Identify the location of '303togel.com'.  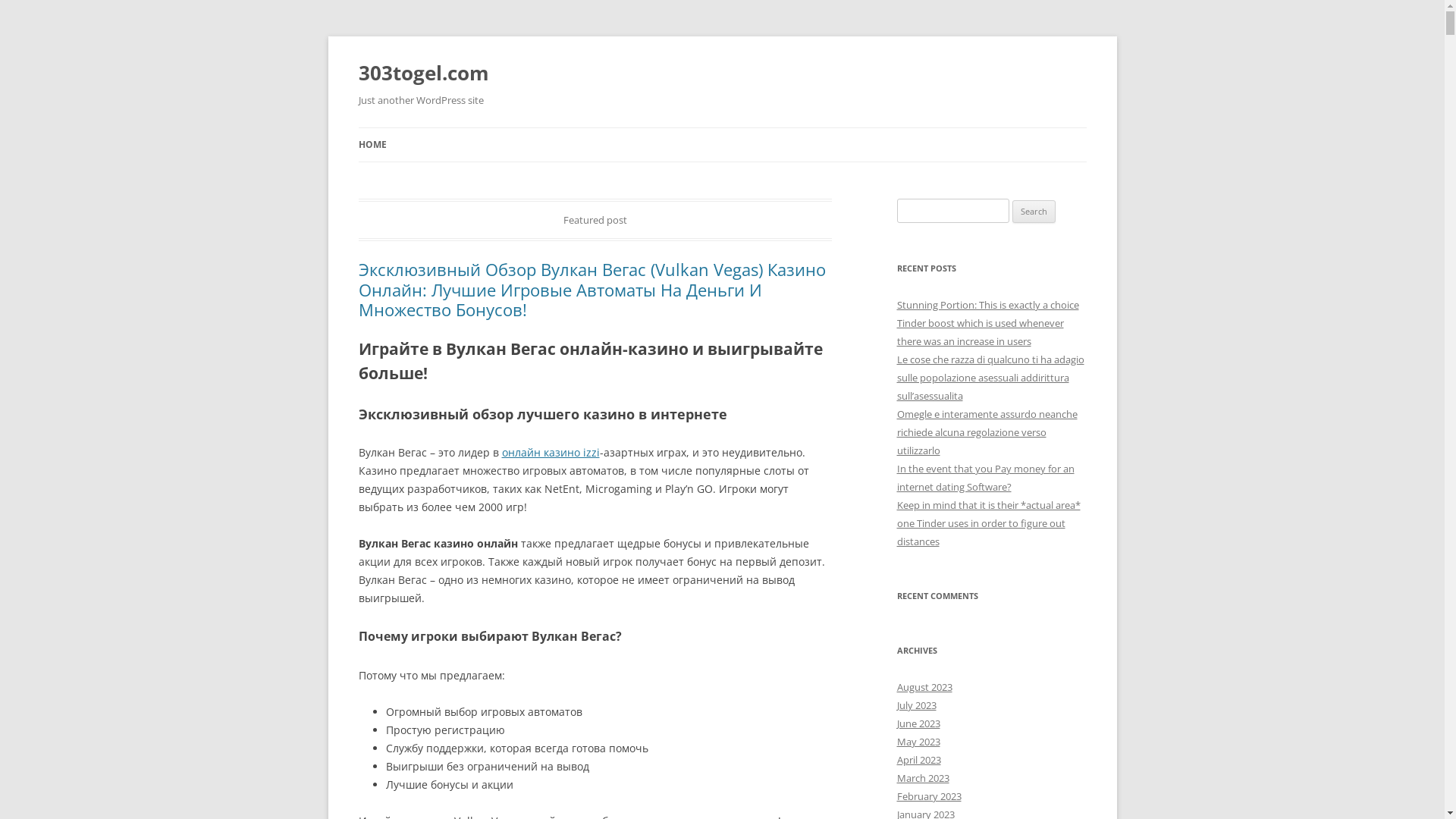
(356, 73).